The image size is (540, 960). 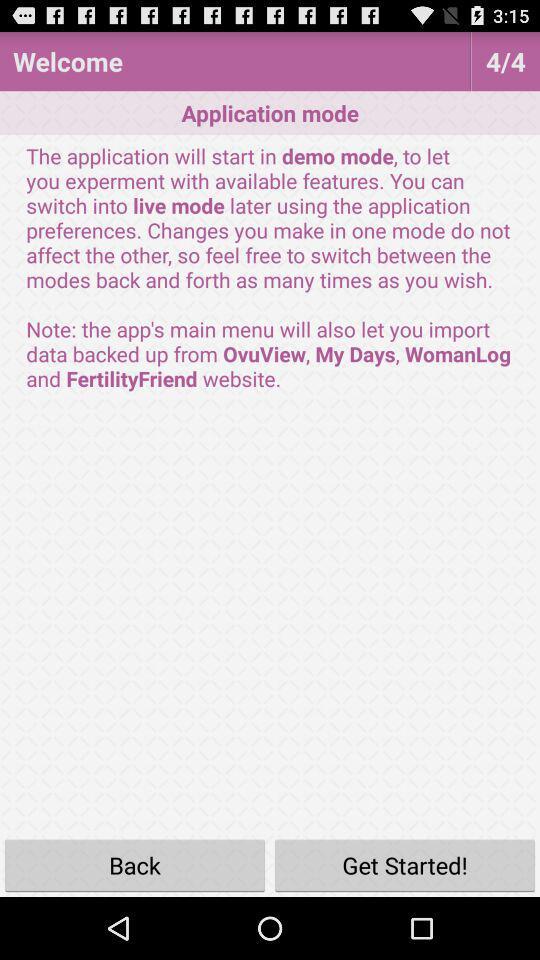 What do you see at coordinates (405, 864) in the screenshot?
I see `app below the the application will icon` at bounding box center [405, 864].